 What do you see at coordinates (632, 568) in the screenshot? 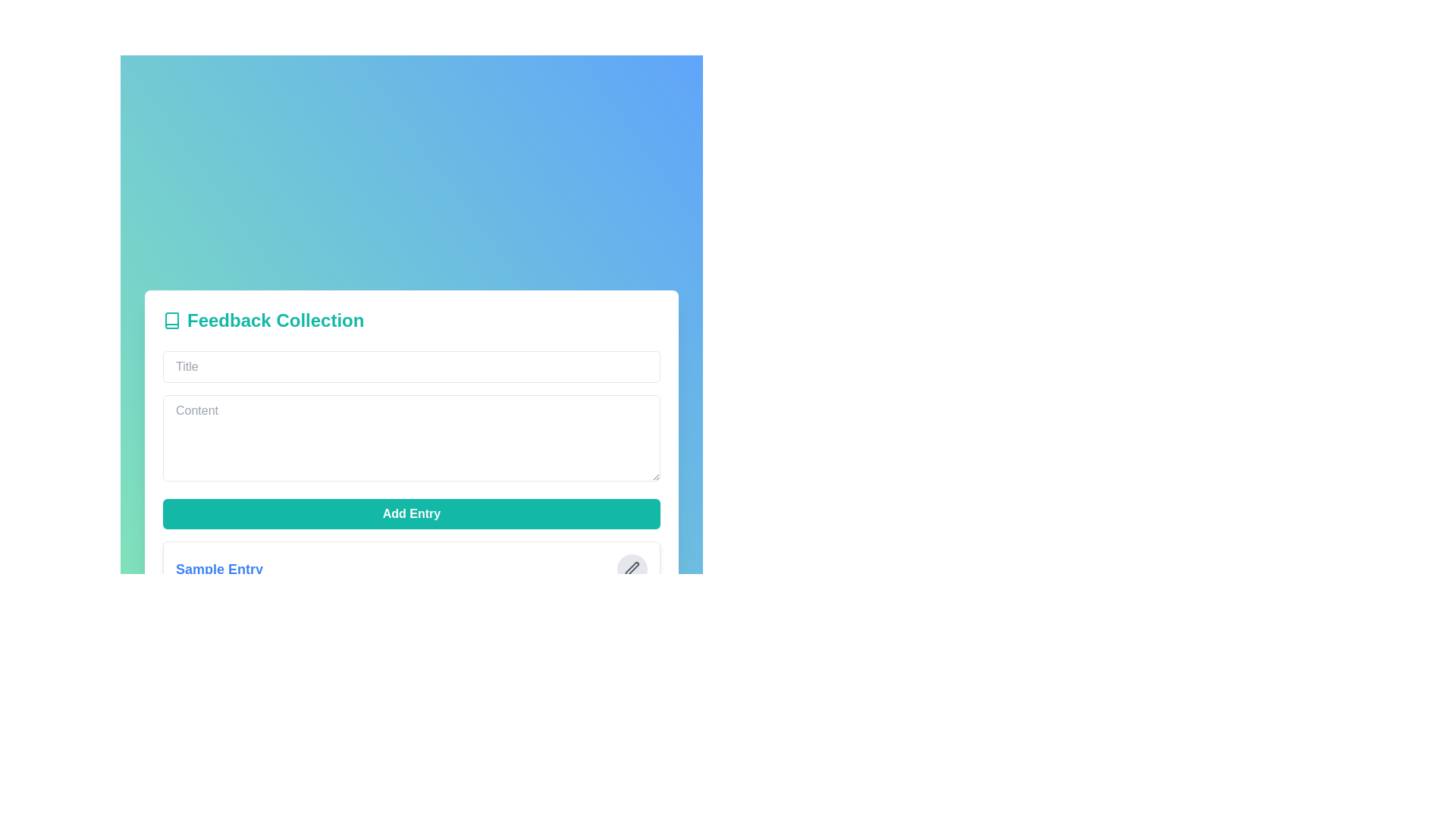
I see `the circular icon button with a gray background and a pen symbol in the center` at bounding box center [632, 568].